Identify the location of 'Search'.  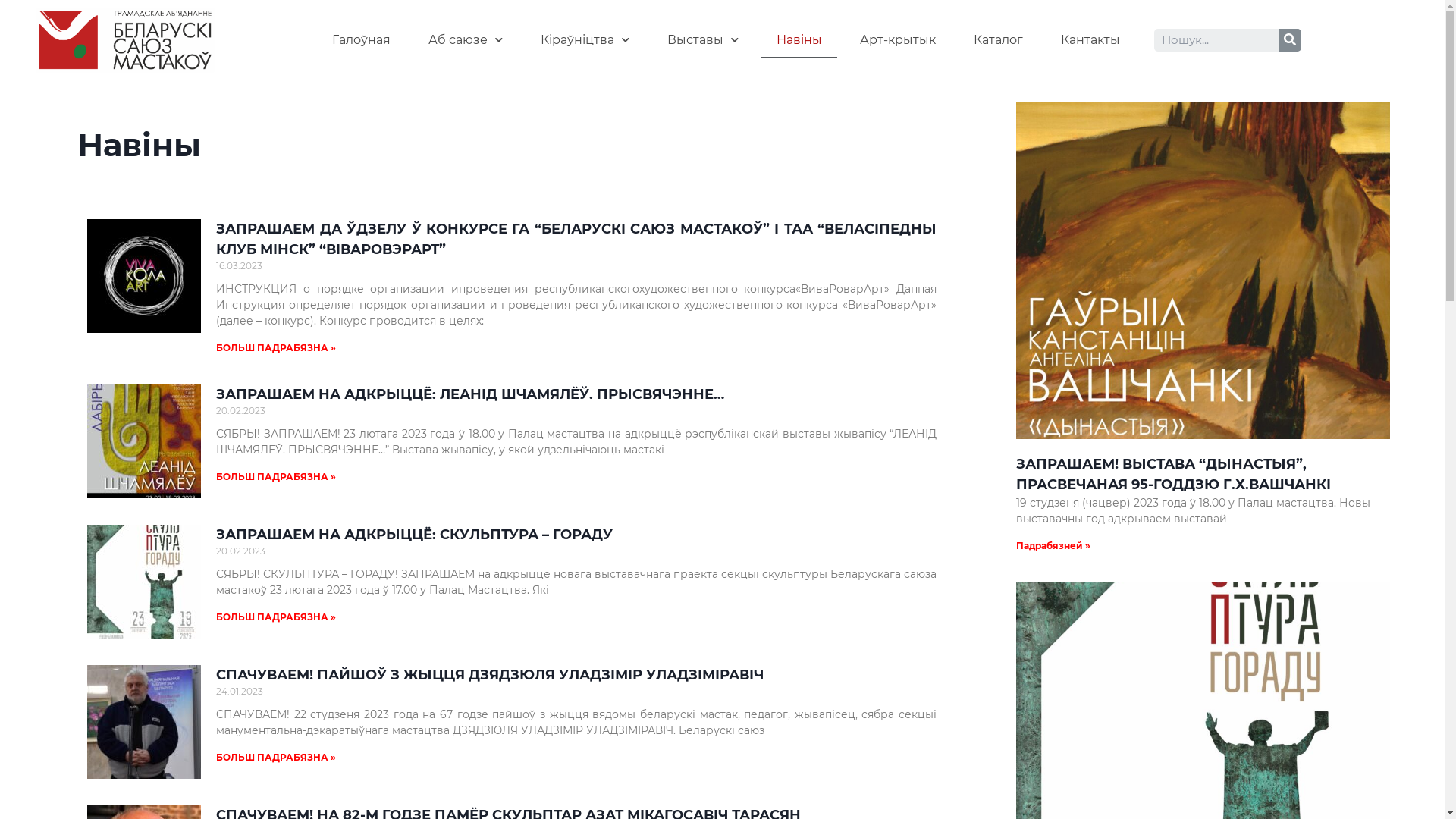
(1216, 39).